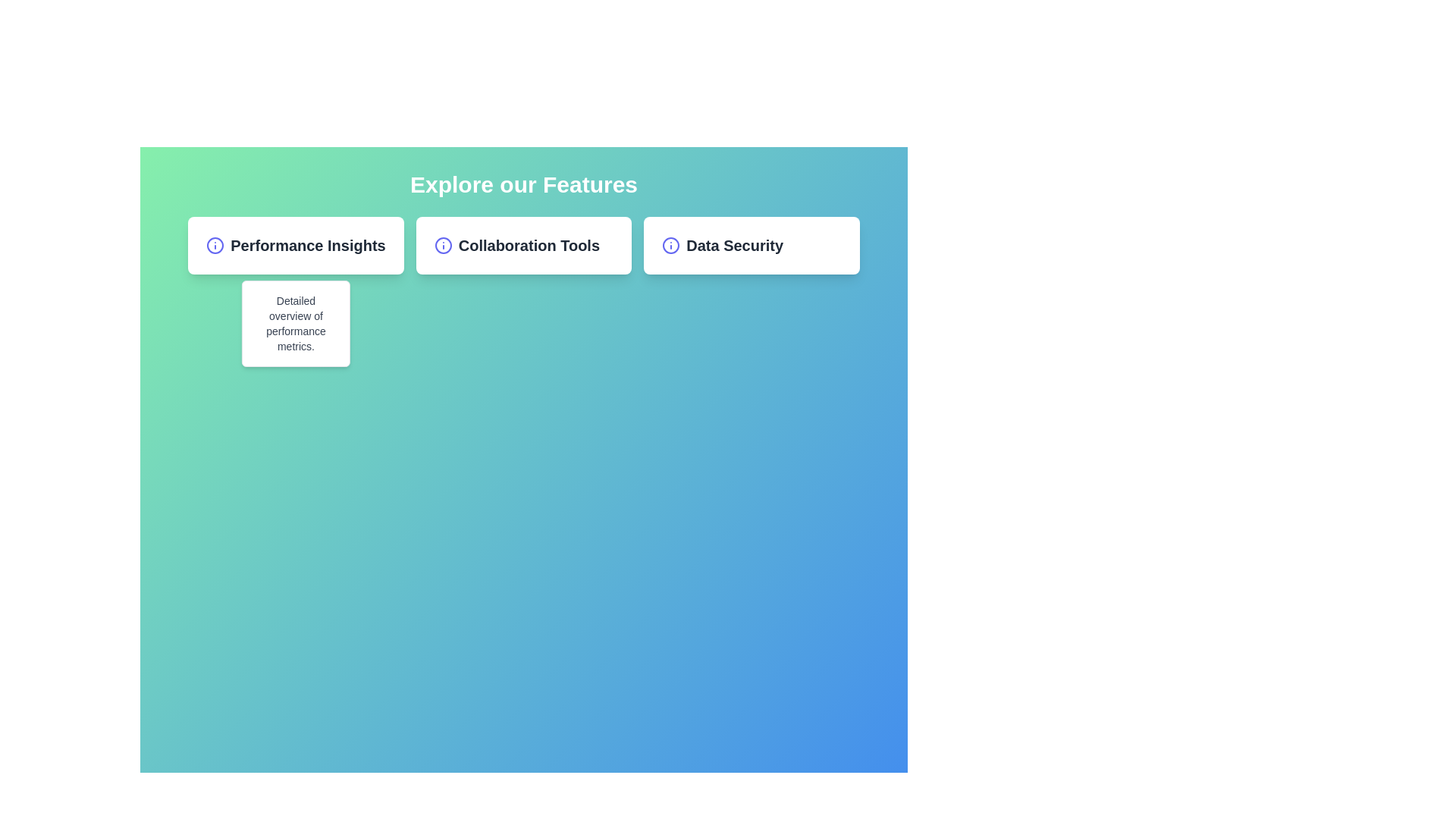 The width and height of the screenshot is (1456, 819). I want to click on the 'Collaboration Tools' text label which is the middle option in a horizontally aligned list of three cards, situated within a white rounded rectangle card, so click(524, 245).